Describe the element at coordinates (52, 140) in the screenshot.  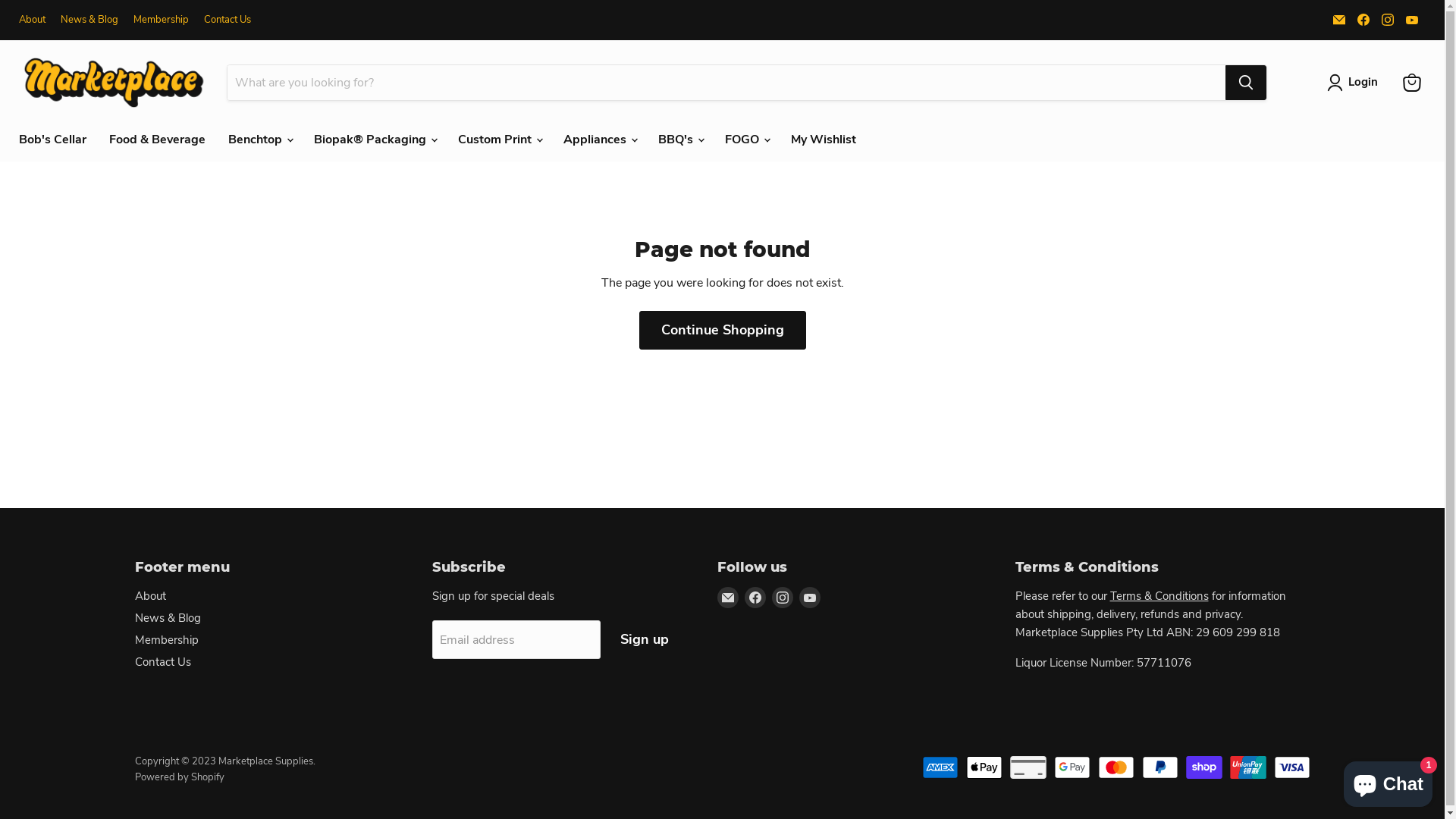
I see `'Bob's Cellar'` at that location.